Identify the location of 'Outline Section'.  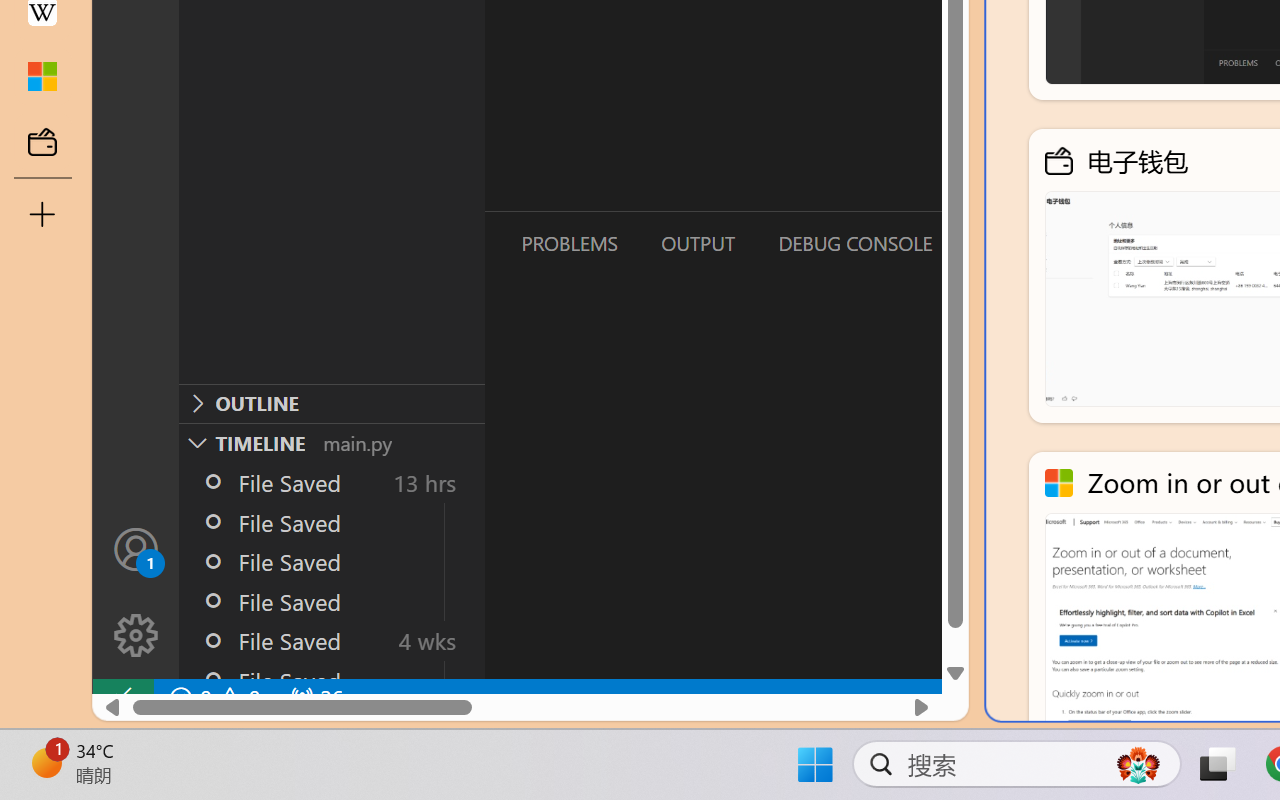
(331, 403).